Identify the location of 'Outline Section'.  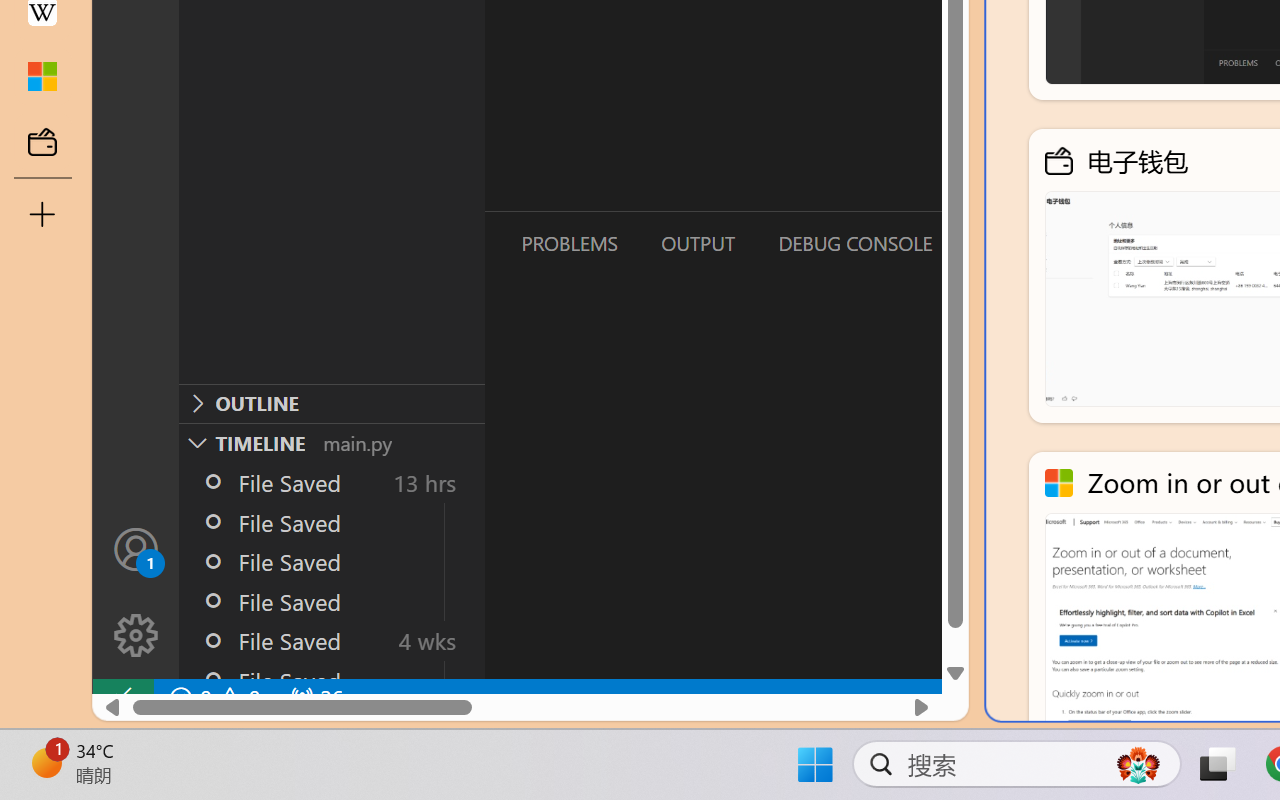
(331, 403).